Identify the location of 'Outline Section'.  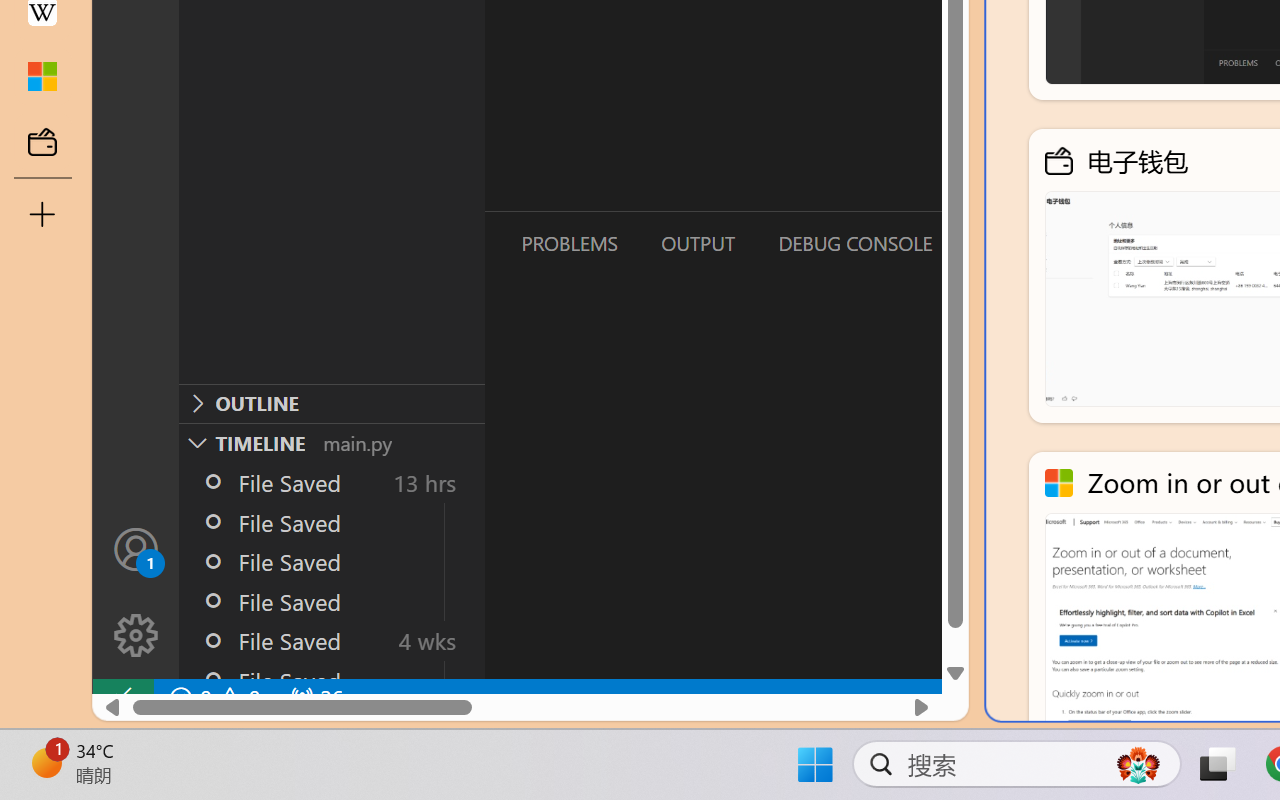
(331, 403).